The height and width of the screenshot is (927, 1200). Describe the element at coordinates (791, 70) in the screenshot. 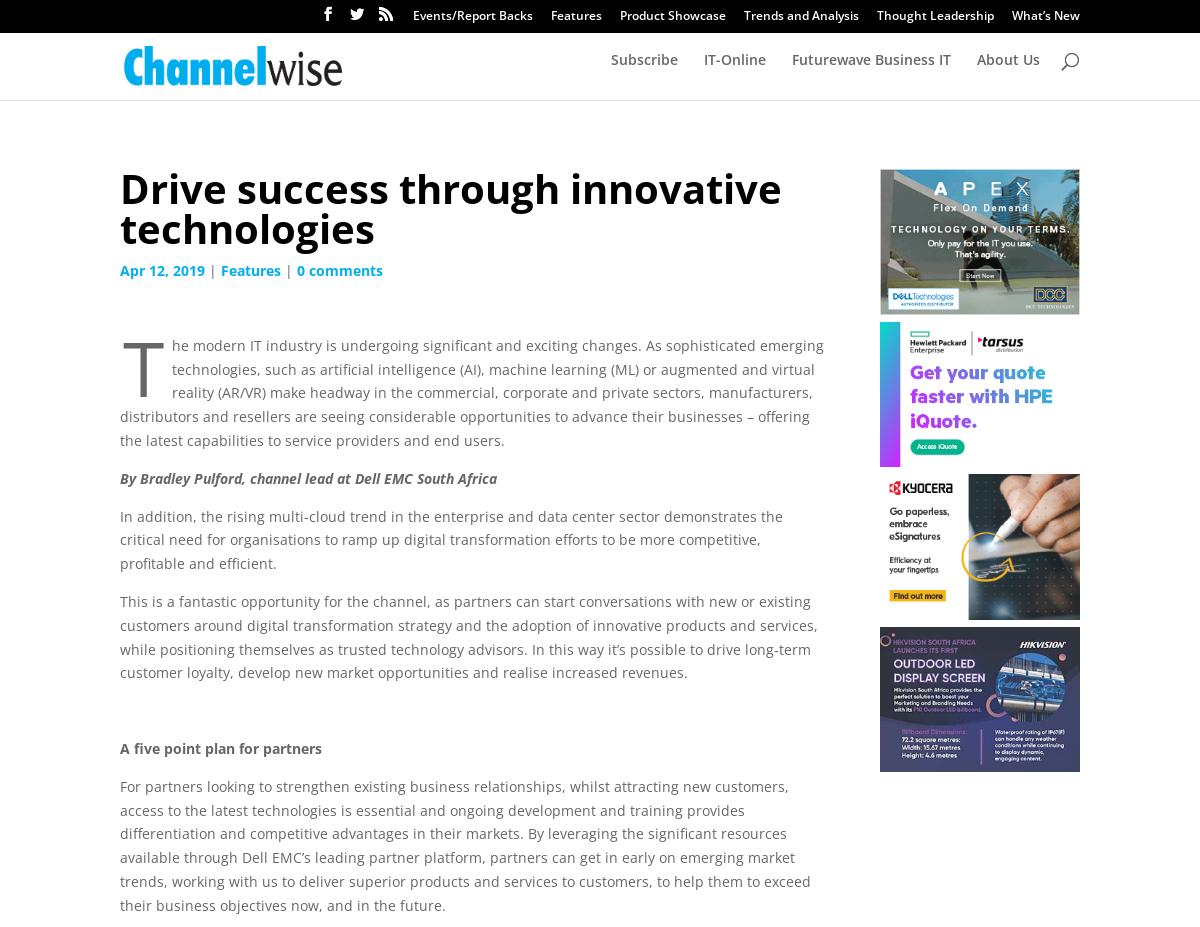

I see `'Futurewave Business IT'` at that location.